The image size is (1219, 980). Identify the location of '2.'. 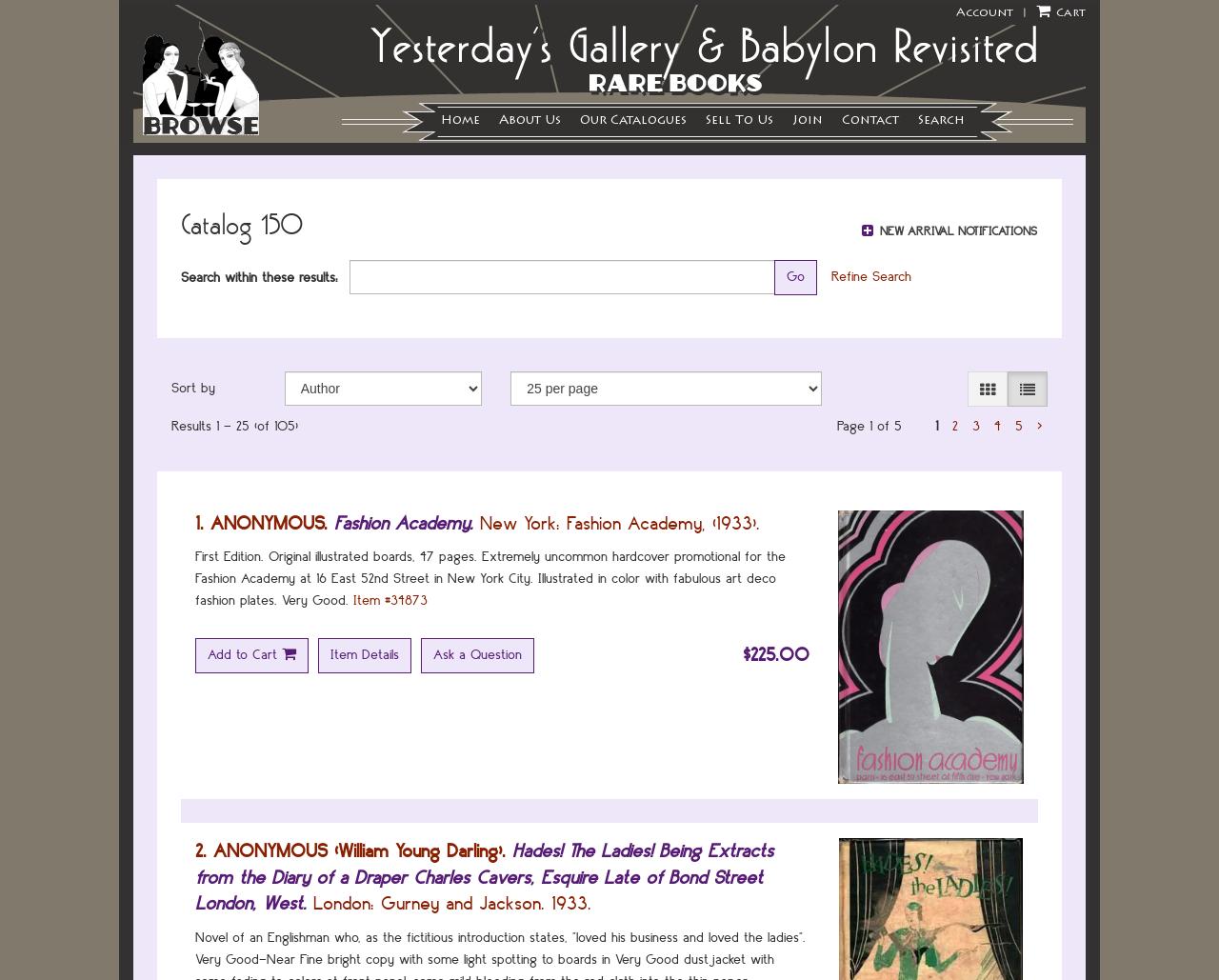
(195, 850).